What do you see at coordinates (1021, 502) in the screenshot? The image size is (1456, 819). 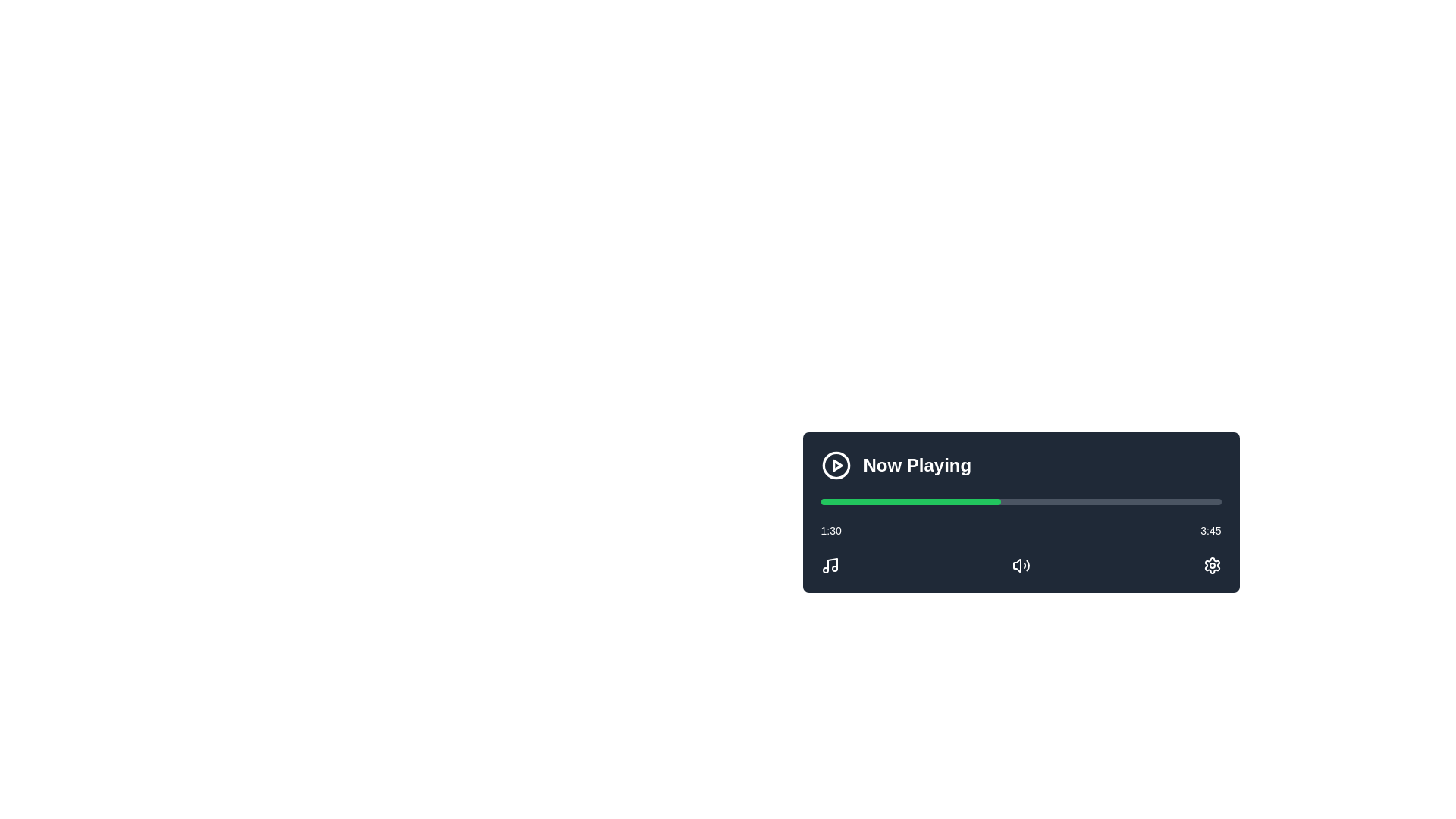 I see `the slim rounded progress bar with a gray background and a green filled portion, located below the 'Now Playing' text` at bounding box center [1021, 502].